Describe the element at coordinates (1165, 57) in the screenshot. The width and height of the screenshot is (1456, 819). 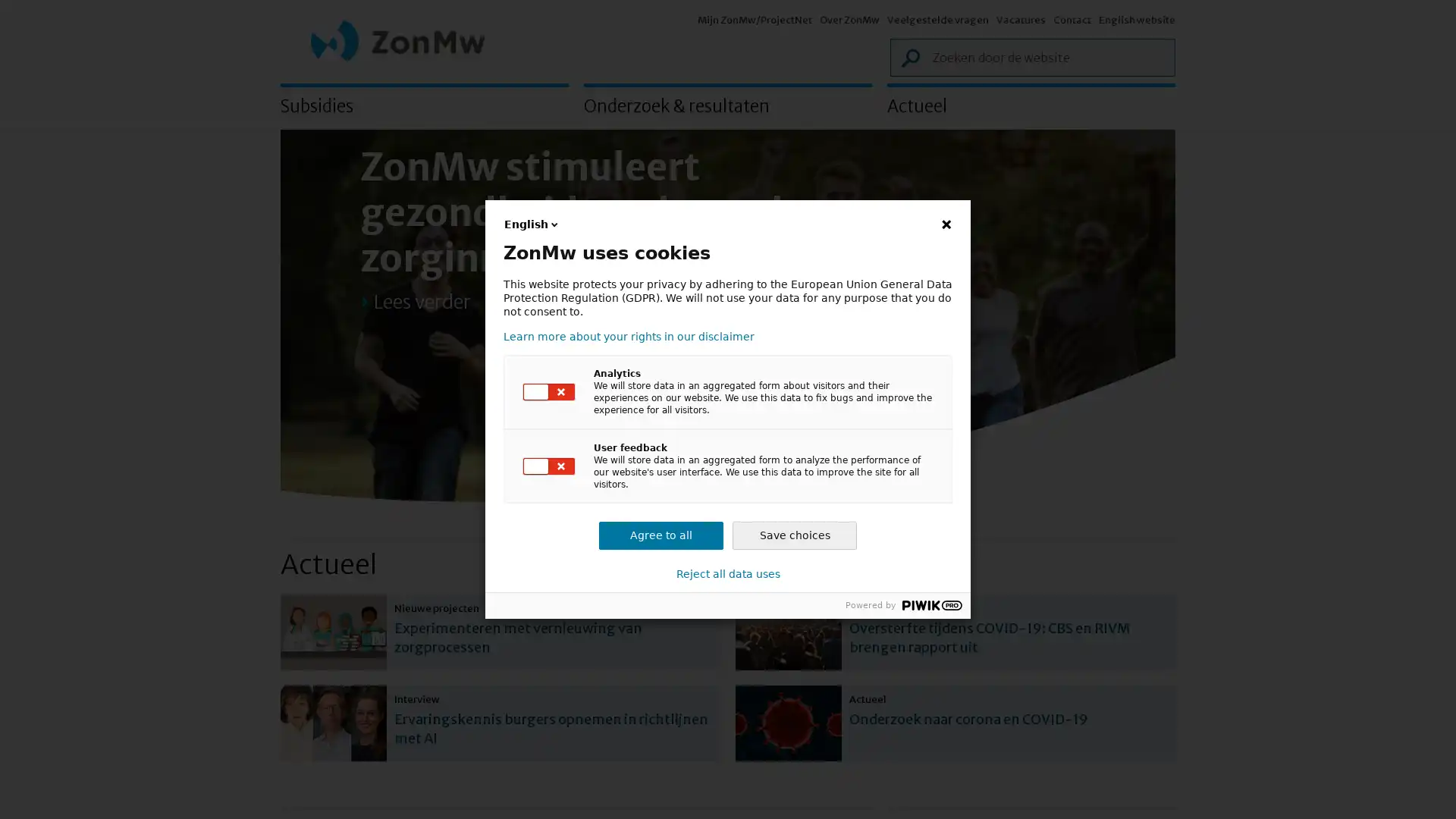
I see `Zoek` at that location.